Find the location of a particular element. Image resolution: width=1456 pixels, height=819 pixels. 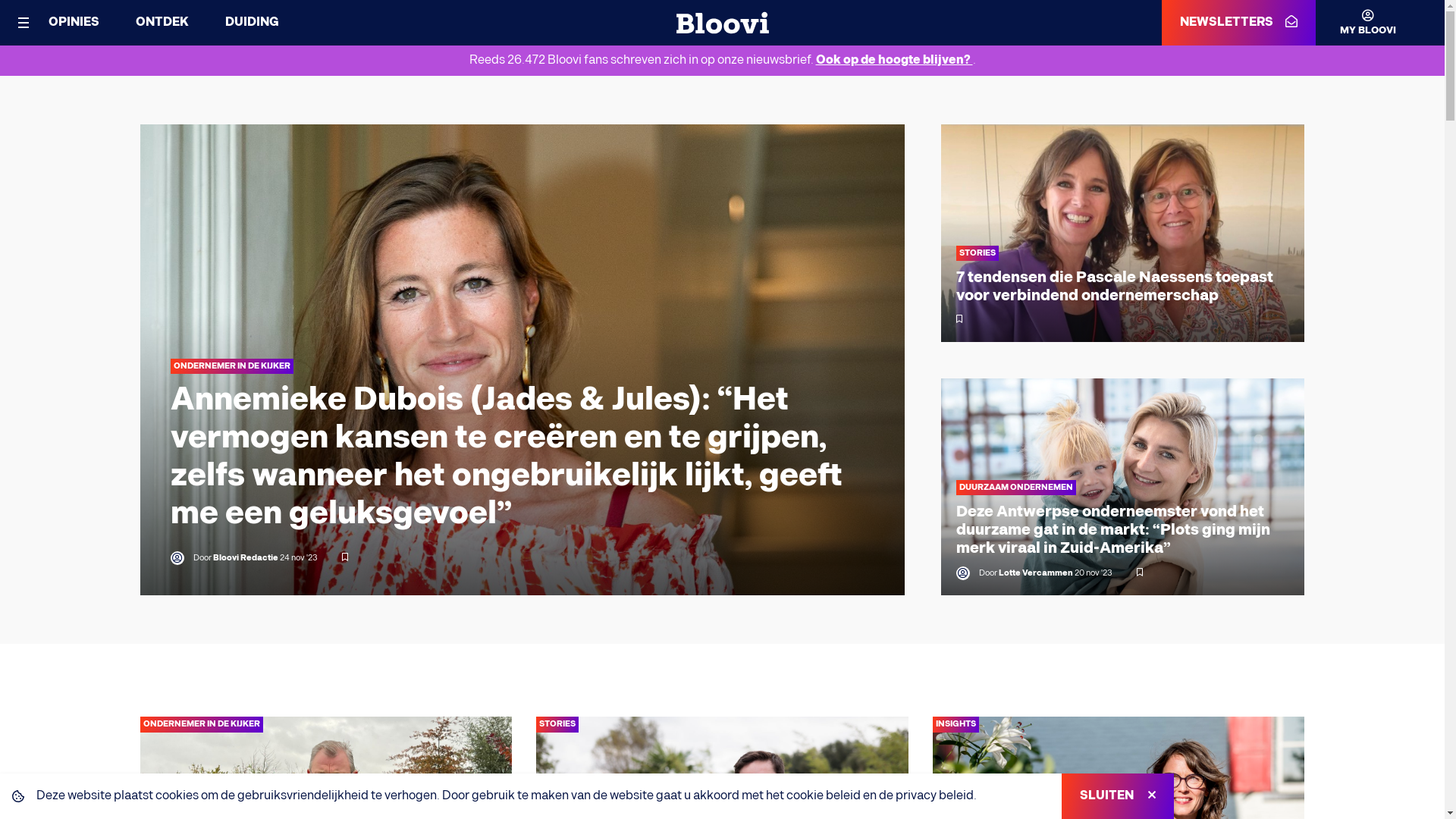

'NEWSLETTERS' is located at coordinates (1238, 23).